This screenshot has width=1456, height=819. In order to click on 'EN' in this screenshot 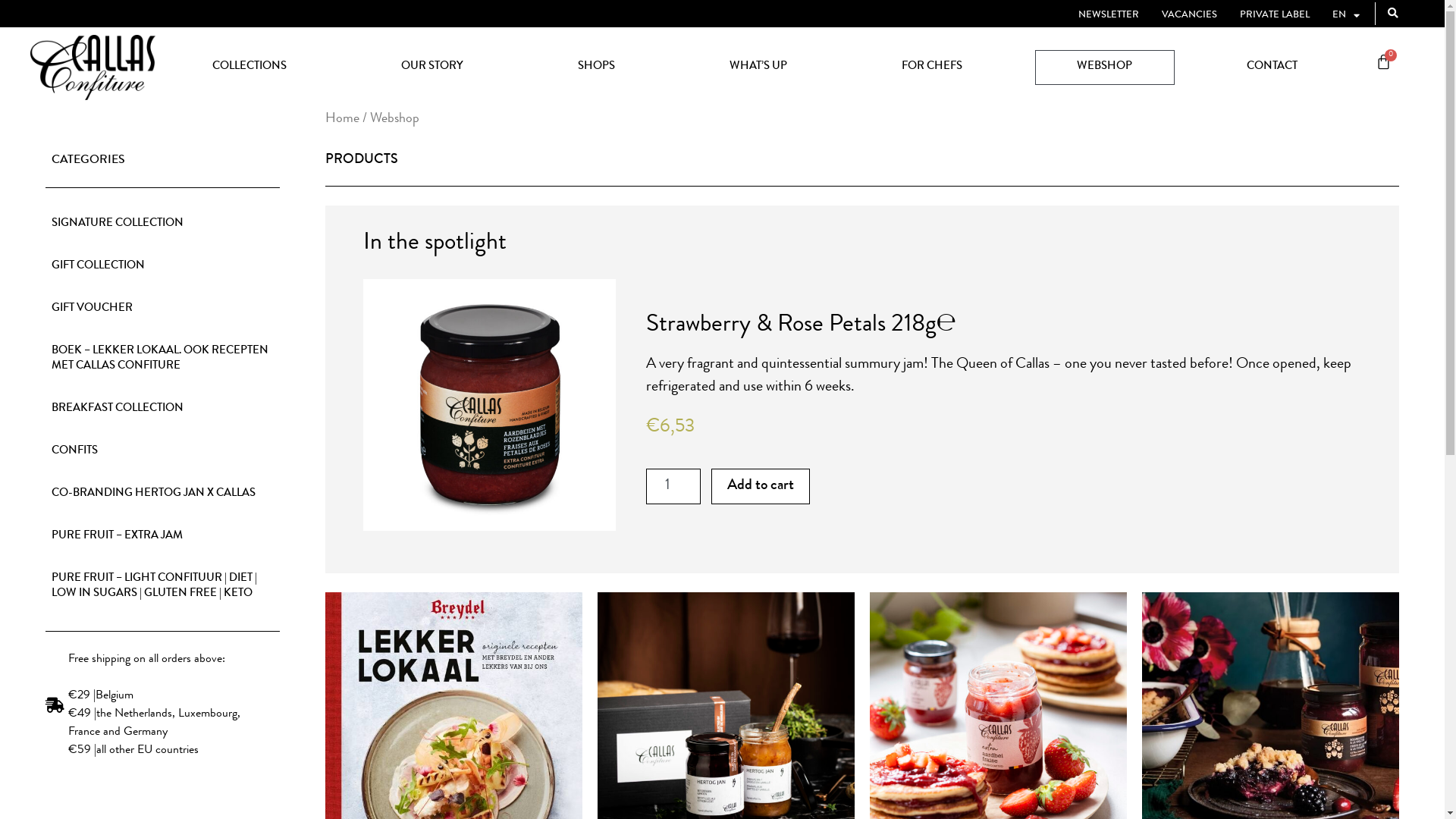, I will do `click(1331, 15)`.